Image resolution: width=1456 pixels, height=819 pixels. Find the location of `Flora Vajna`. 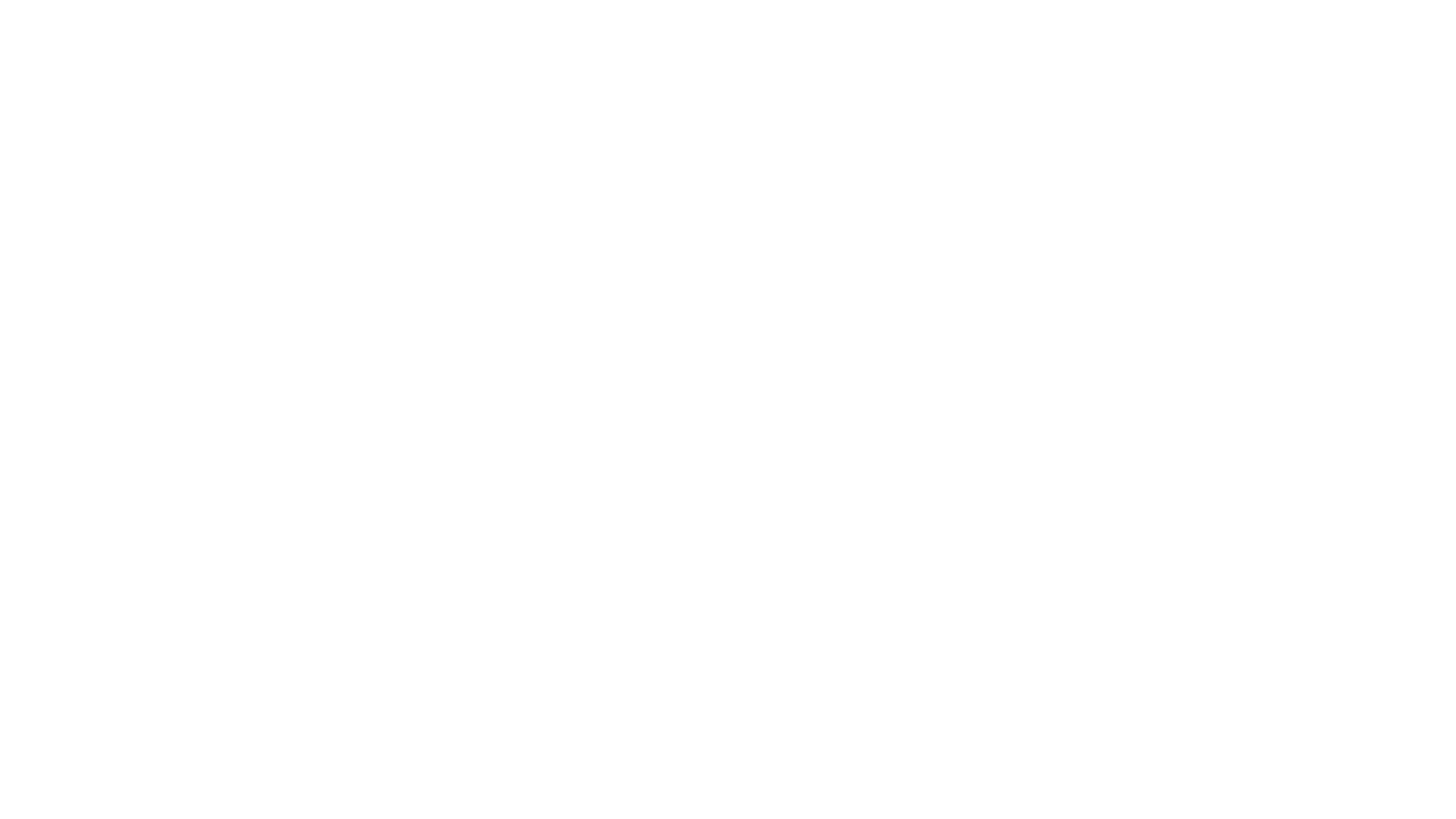

Flora Vajna is located at coordinates (924, 197).